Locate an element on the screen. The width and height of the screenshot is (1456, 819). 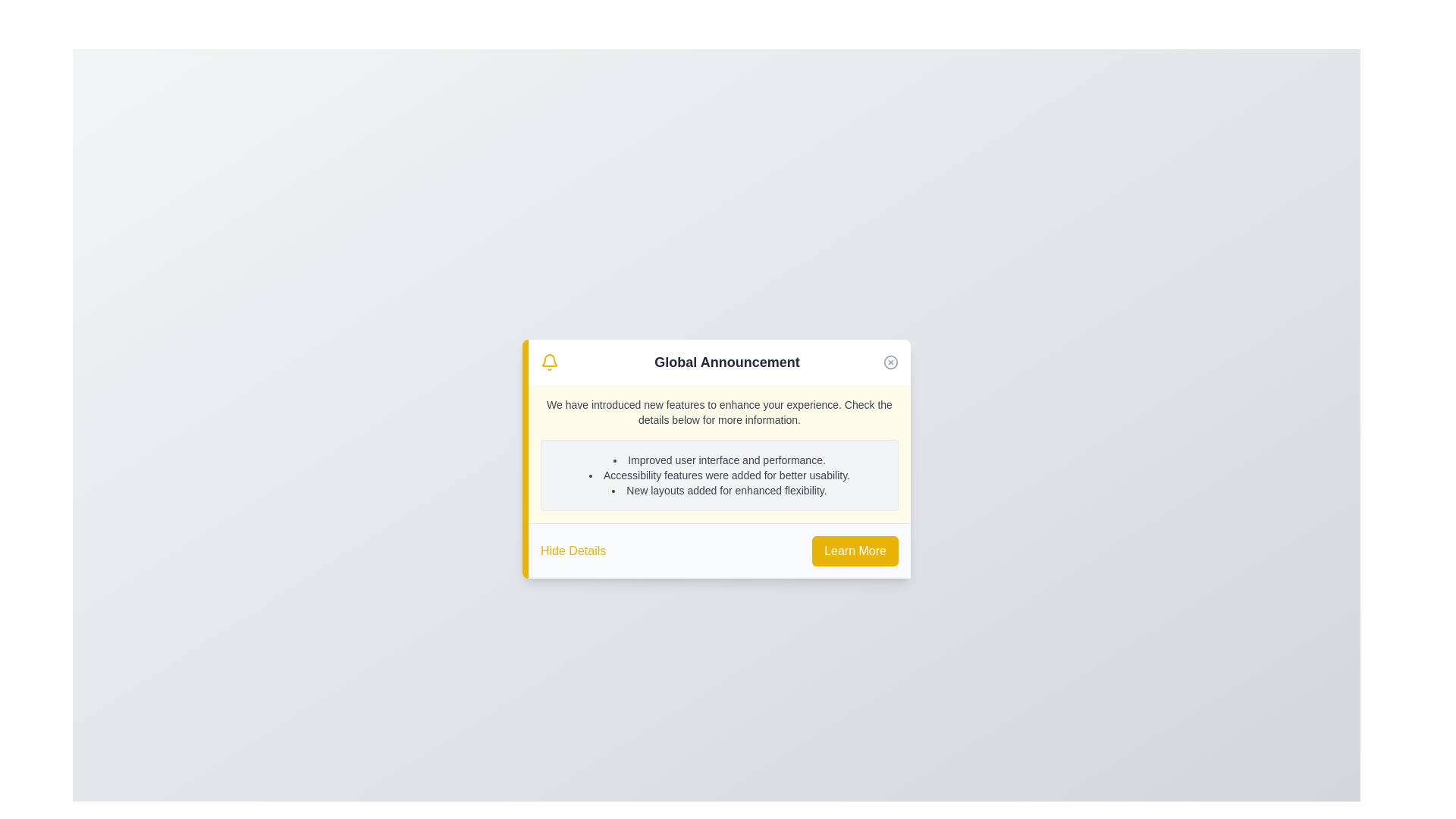
the close button to dismiss the notification is located at coordinates (891, 362).